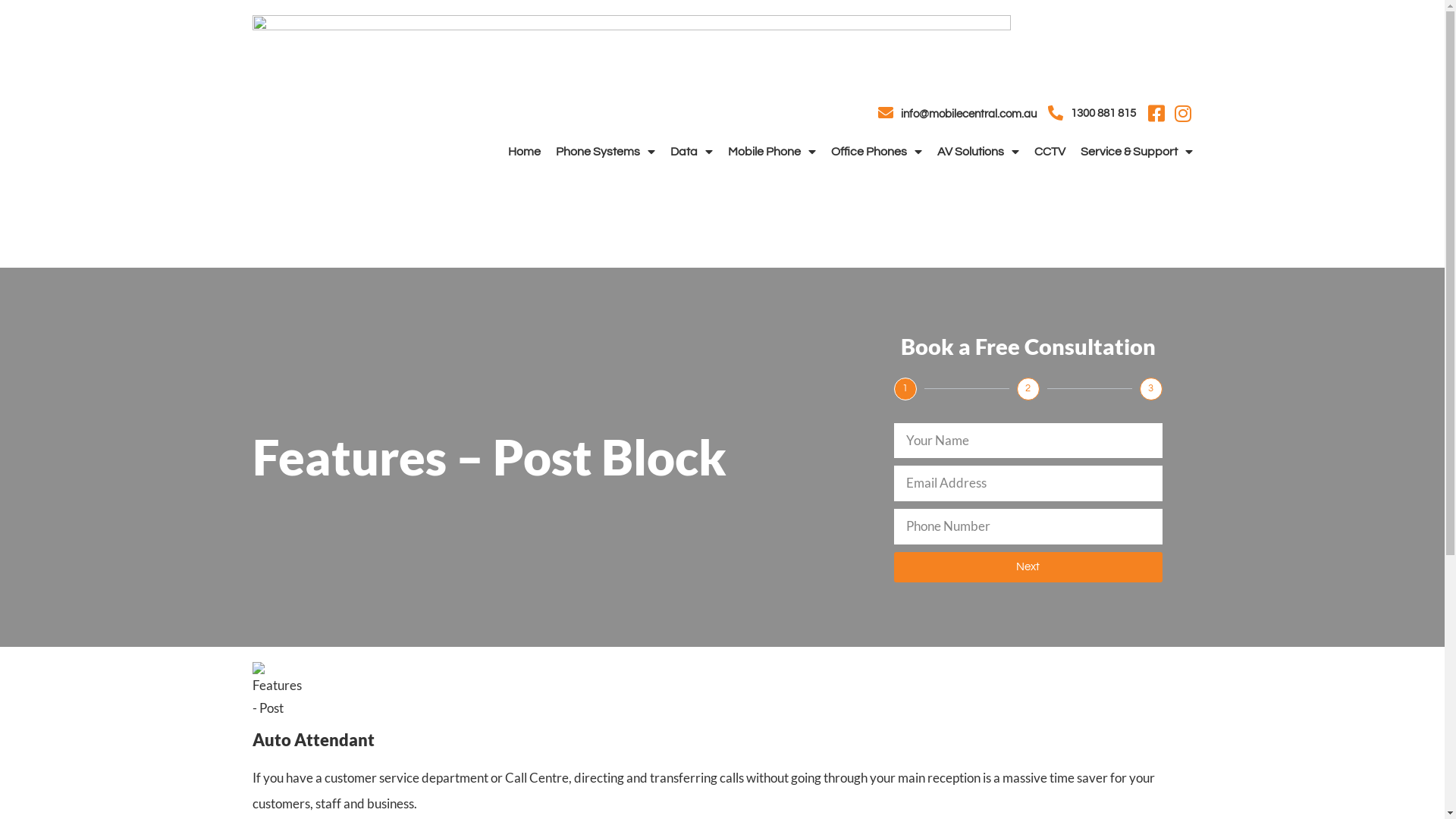 Image resolution: width=1456 pixels, height=819 pixels. I want to click on 'CCTV', so click(1033, 152).